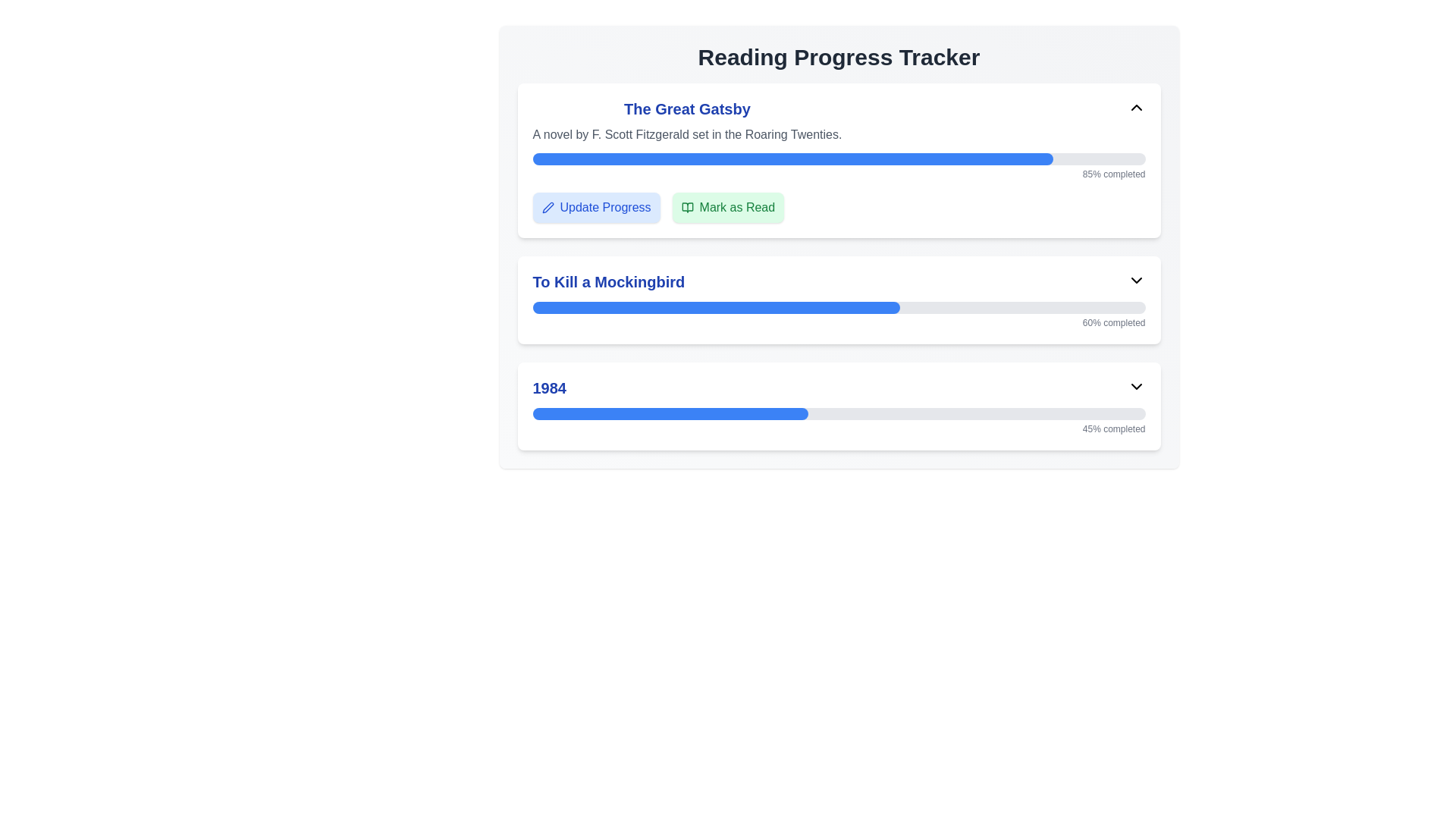 The width and height of the screenshot is (1456, 819). What do you see at coordinates (838, 307) in the screenshot?
I see `the Progress bar indicating 60% completion, which is located below the section title 'To Kill a Mockingbird' in the 'Reading Progress Tracker'` at bounding box center [838, 307].